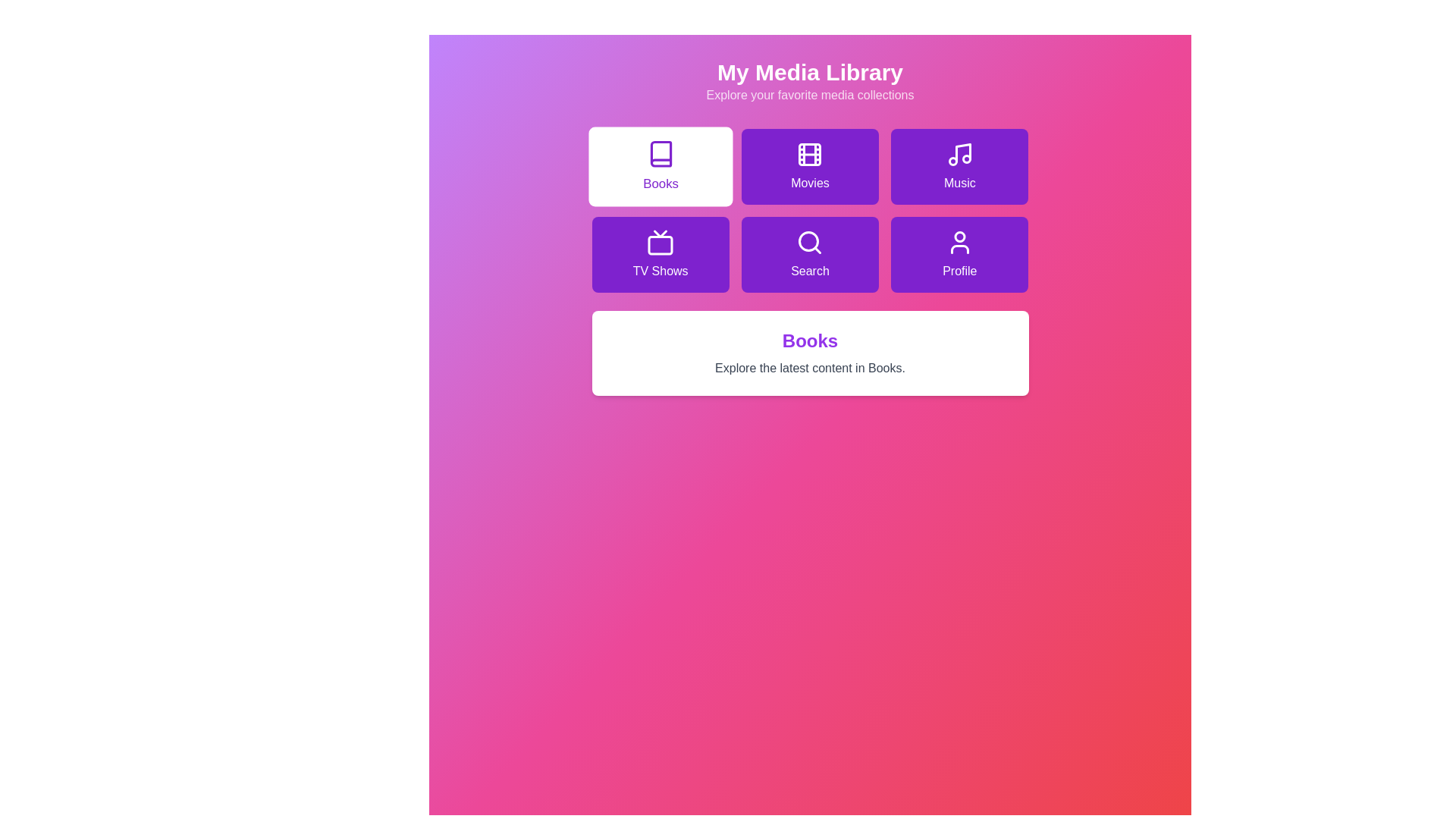  Describe the element at coordinates (809, 183) in the screenshot. I see `the 'Movies' tile label` at that location.